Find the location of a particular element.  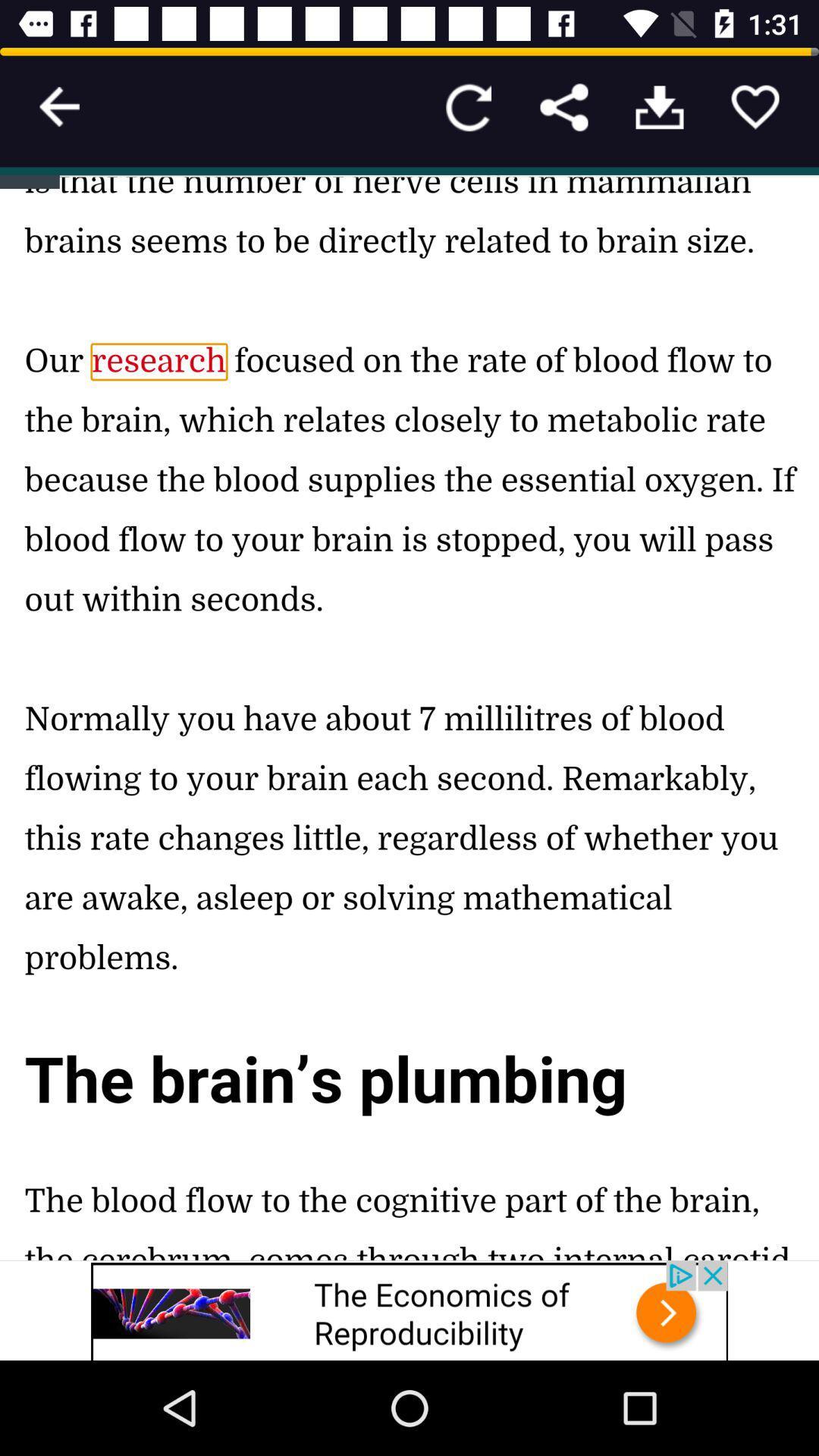

the file_download icon is located at coordinates (659, 106).